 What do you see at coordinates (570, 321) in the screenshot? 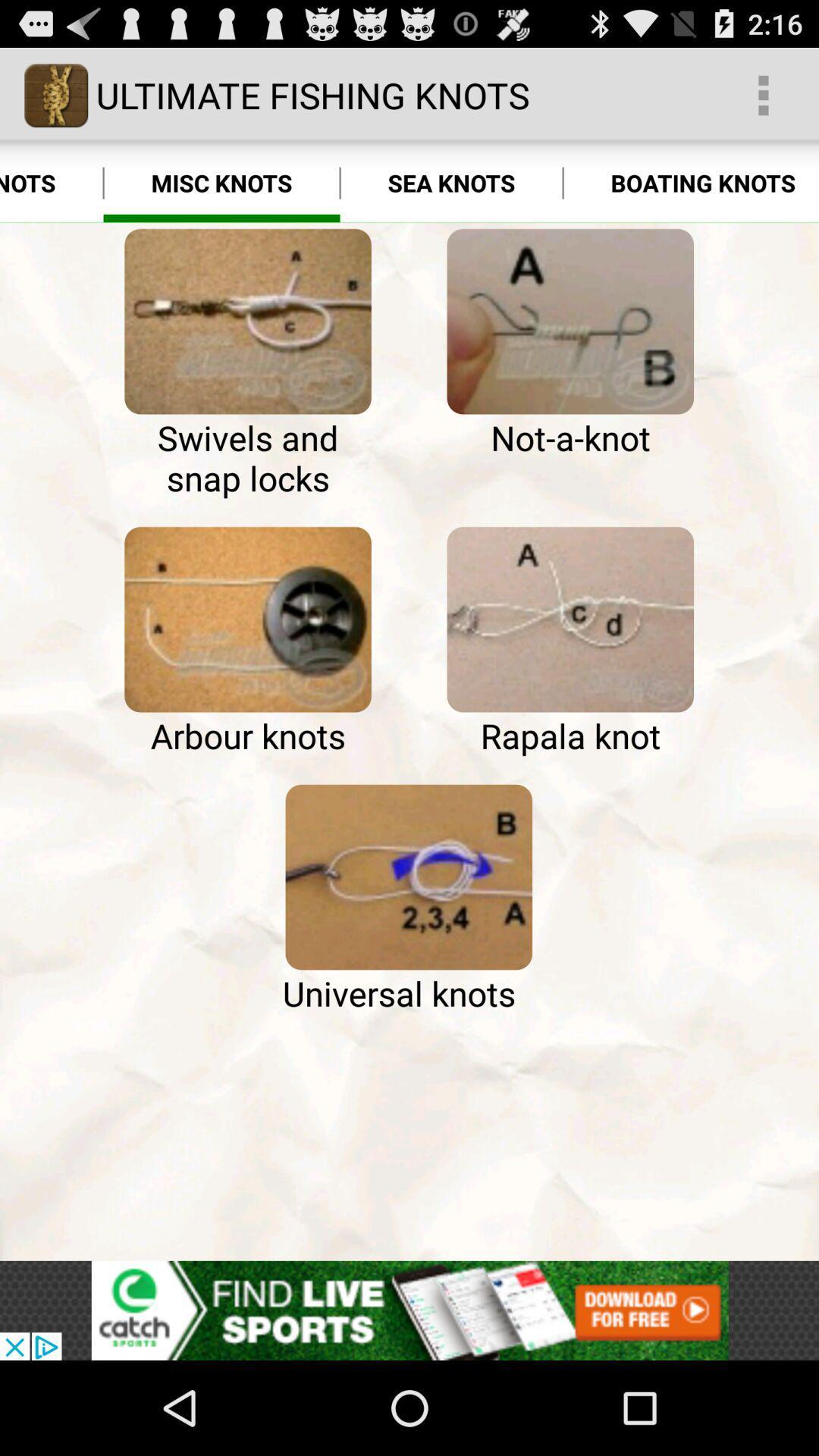
I see `click not-a-knot option` at bounding box center [570, 321].